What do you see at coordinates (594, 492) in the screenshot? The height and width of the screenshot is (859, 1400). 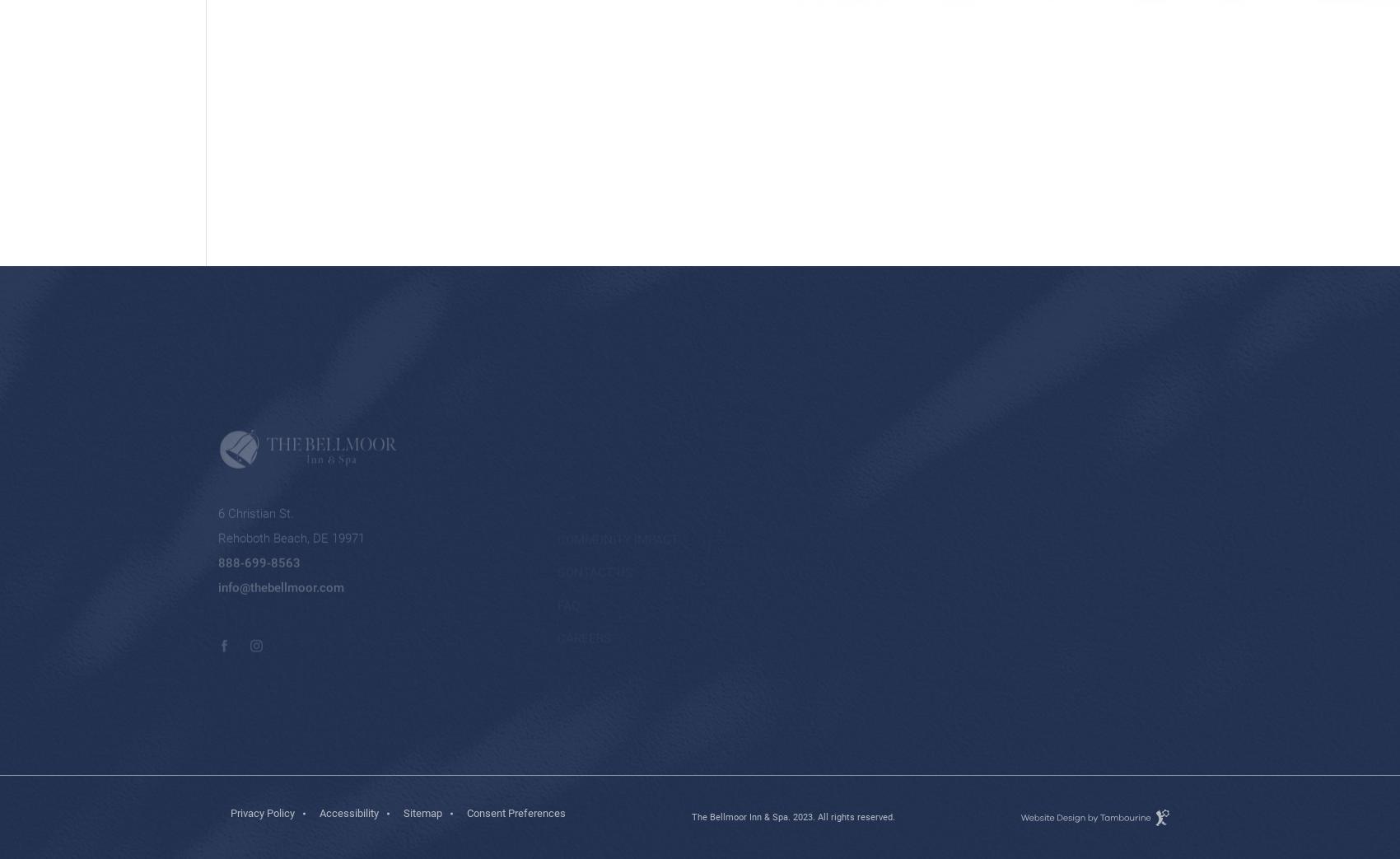 I see `'Contact Us'` at bounding box center [594, 492].